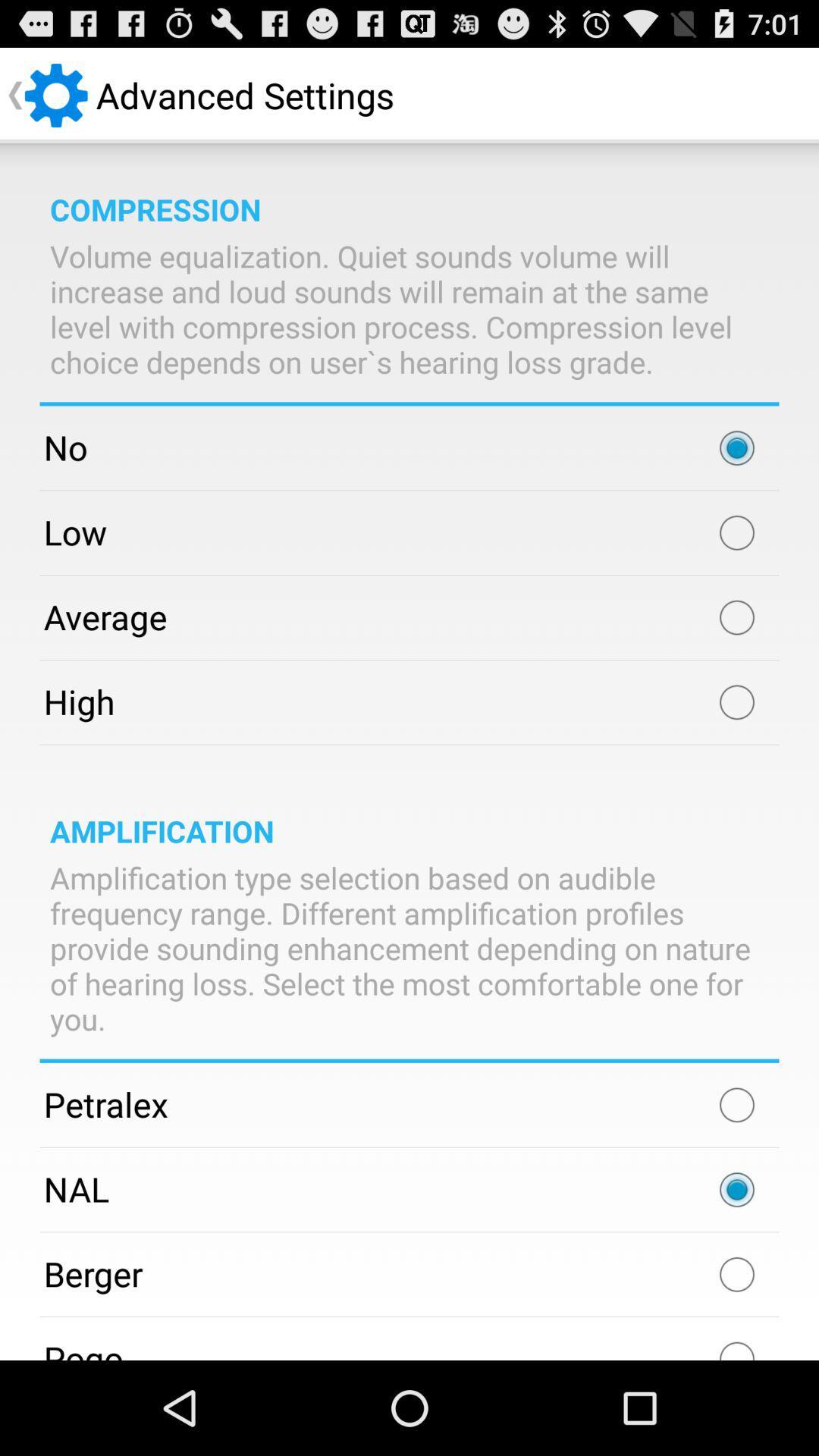 This screenshot has width=819, height=1456. I want to click on app to the right of the berger, so click(736, 1274).